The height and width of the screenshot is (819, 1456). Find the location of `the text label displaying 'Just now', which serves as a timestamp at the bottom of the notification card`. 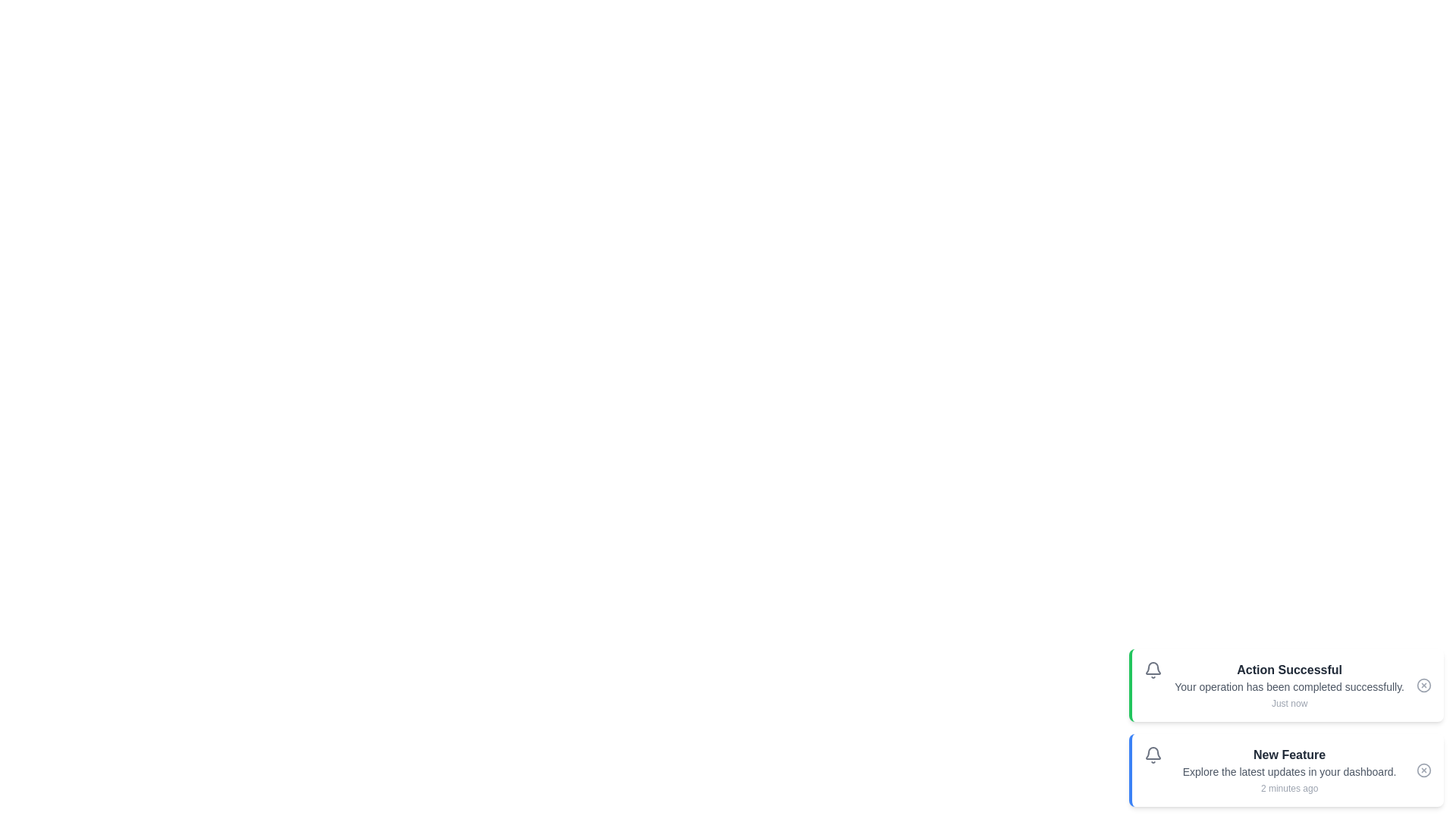

the text label displaying 'Just now', which serves as a timestamp at the bottom of the notification card is located at coordinates (1288, 704).